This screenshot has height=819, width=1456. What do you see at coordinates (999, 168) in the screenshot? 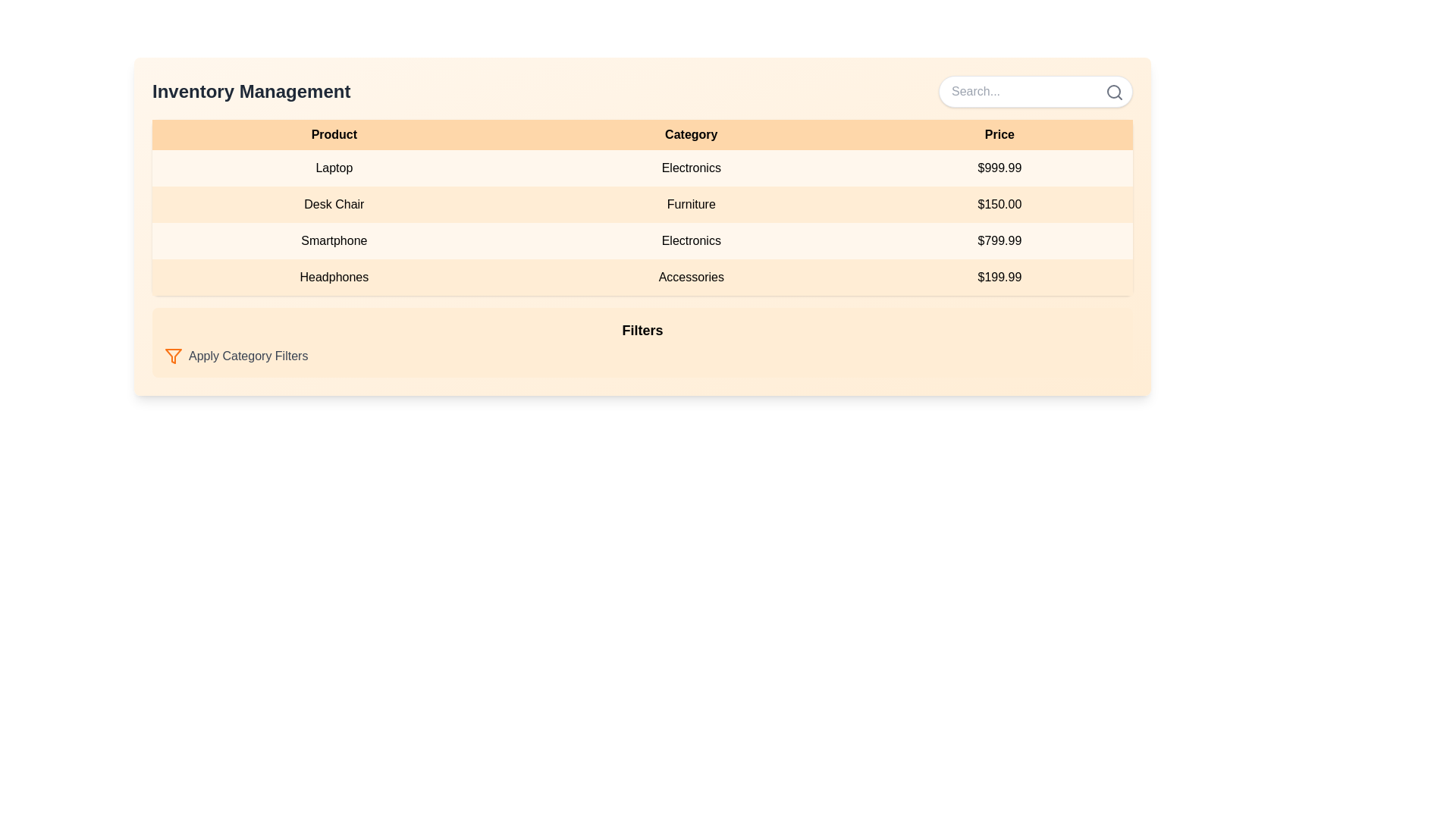
I see `the displayed price of '$999.99' in the 'Price' column of the table for the 'Laptop' row` at bounding box center [999, 168].